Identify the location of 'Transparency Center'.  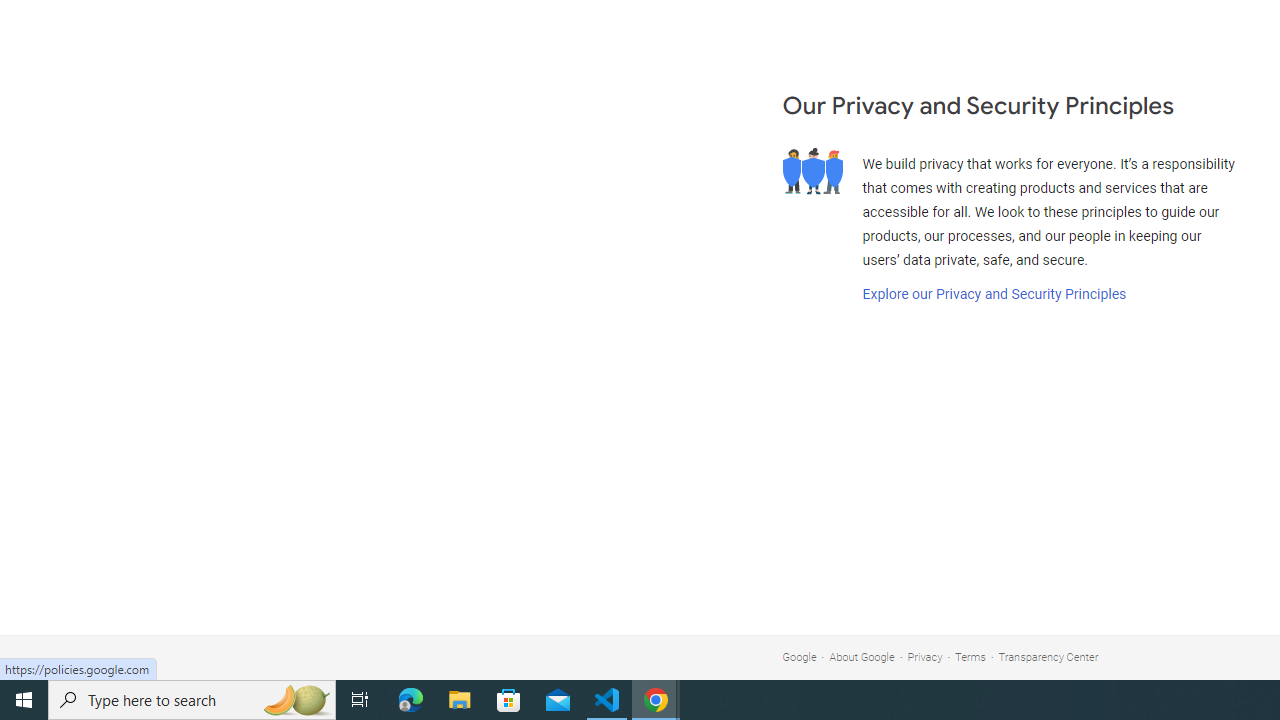
(1047, 657).